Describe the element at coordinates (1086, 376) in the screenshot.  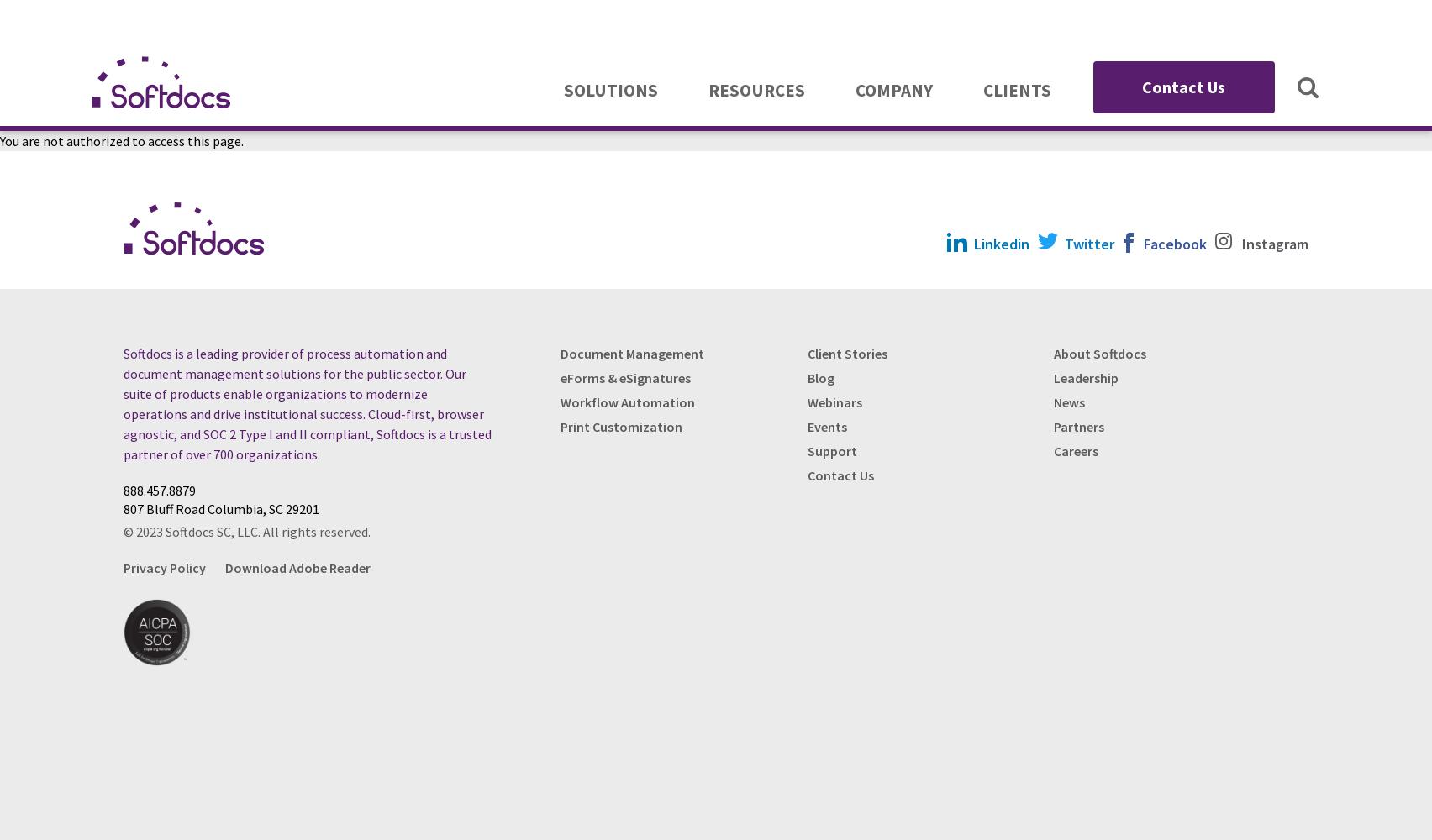
I see `'Leadership'` at that location.